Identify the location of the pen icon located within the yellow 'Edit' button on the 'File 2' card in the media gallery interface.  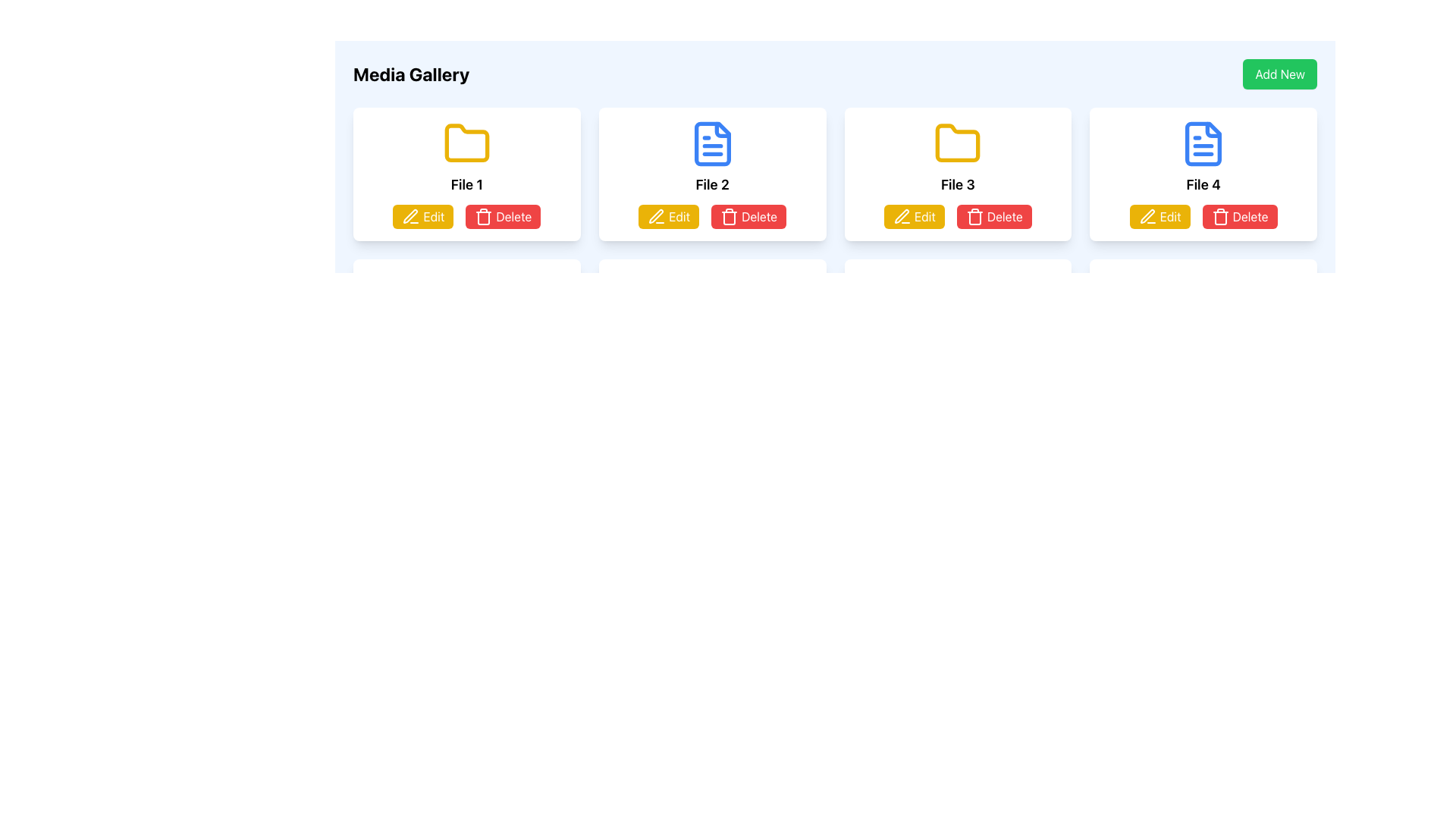
(657, 216).